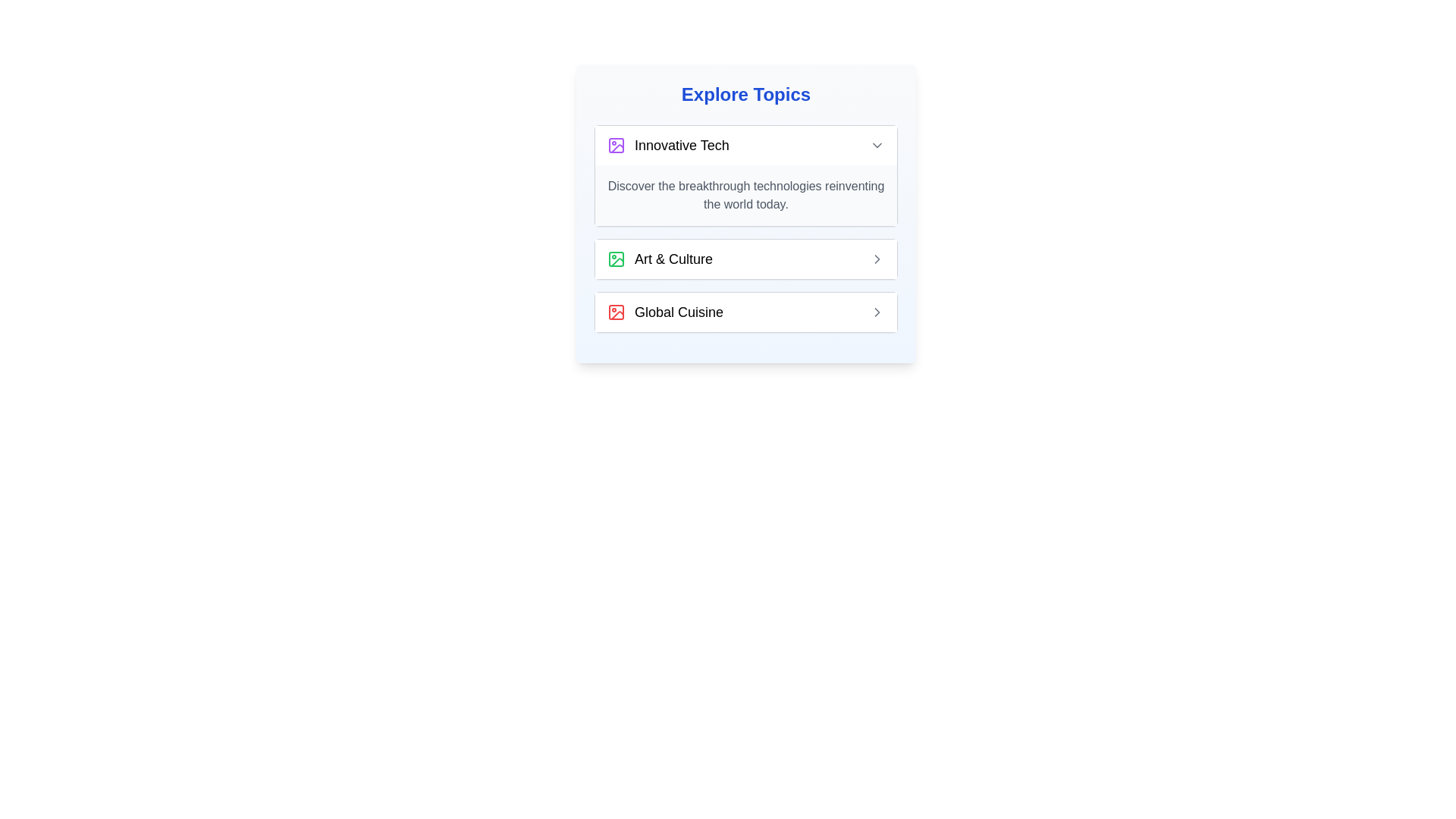  I want to click on the navigation icon located on the far right end of the 'Global Cuisine' panel, so click(877, 312).